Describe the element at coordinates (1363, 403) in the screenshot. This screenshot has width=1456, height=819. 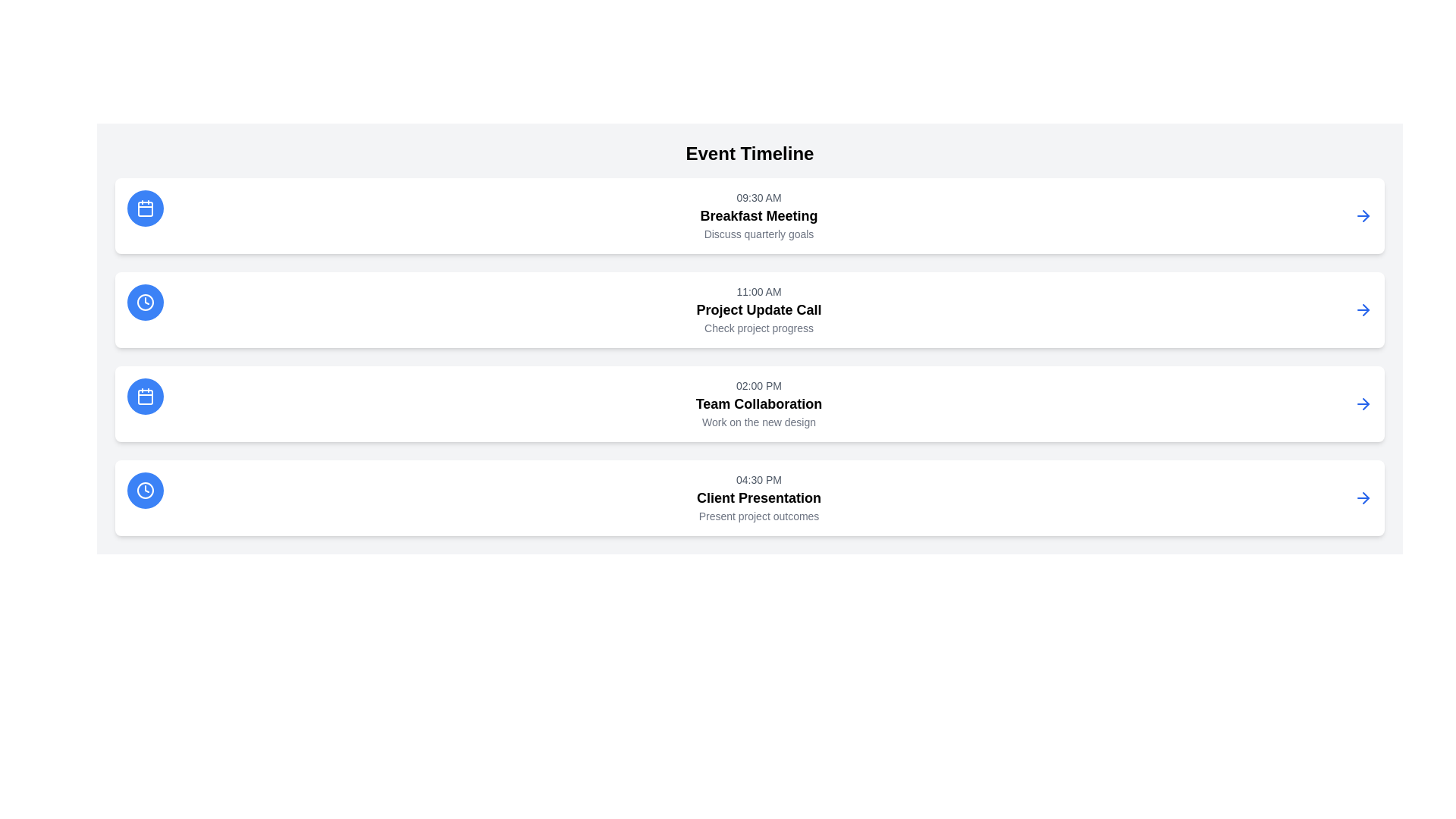
I see `the arrow icon for navigation located at the far right of the 'Team Collaboration: Work on the new design' event entry` at that location.